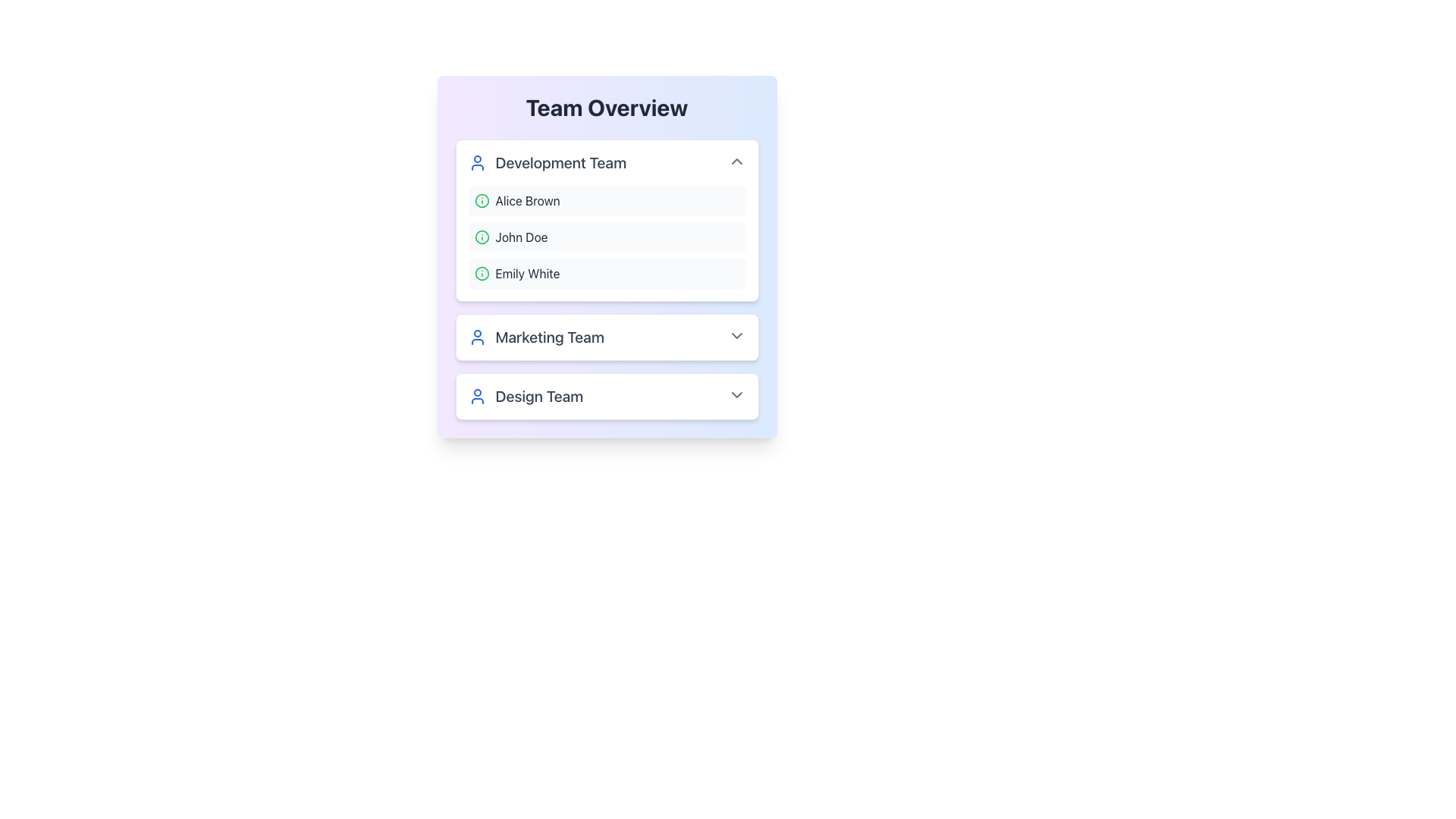 The width and height of the screenshot is (1456, 819). What do you see at coordinates (607, 163) in the screenshot?
I see `the Expandable Section Header that represents the Development Team` at bounding box center [607, 163].